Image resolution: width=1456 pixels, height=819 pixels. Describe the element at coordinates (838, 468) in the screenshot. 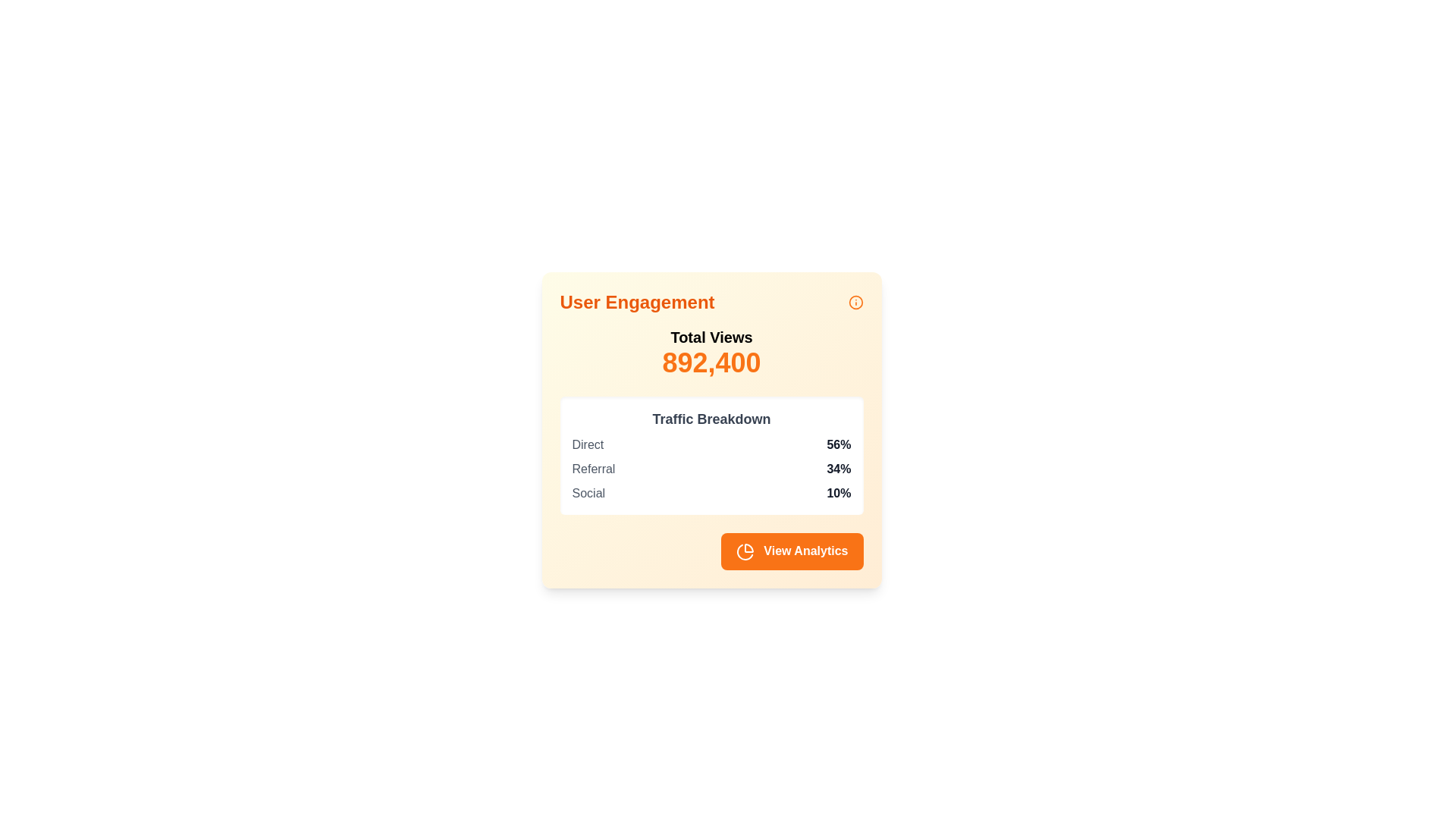

I see `the text label displaying '34%' in bold, dark gray font, located in the right column of the 'Traffic Breakdown' section` at that location.